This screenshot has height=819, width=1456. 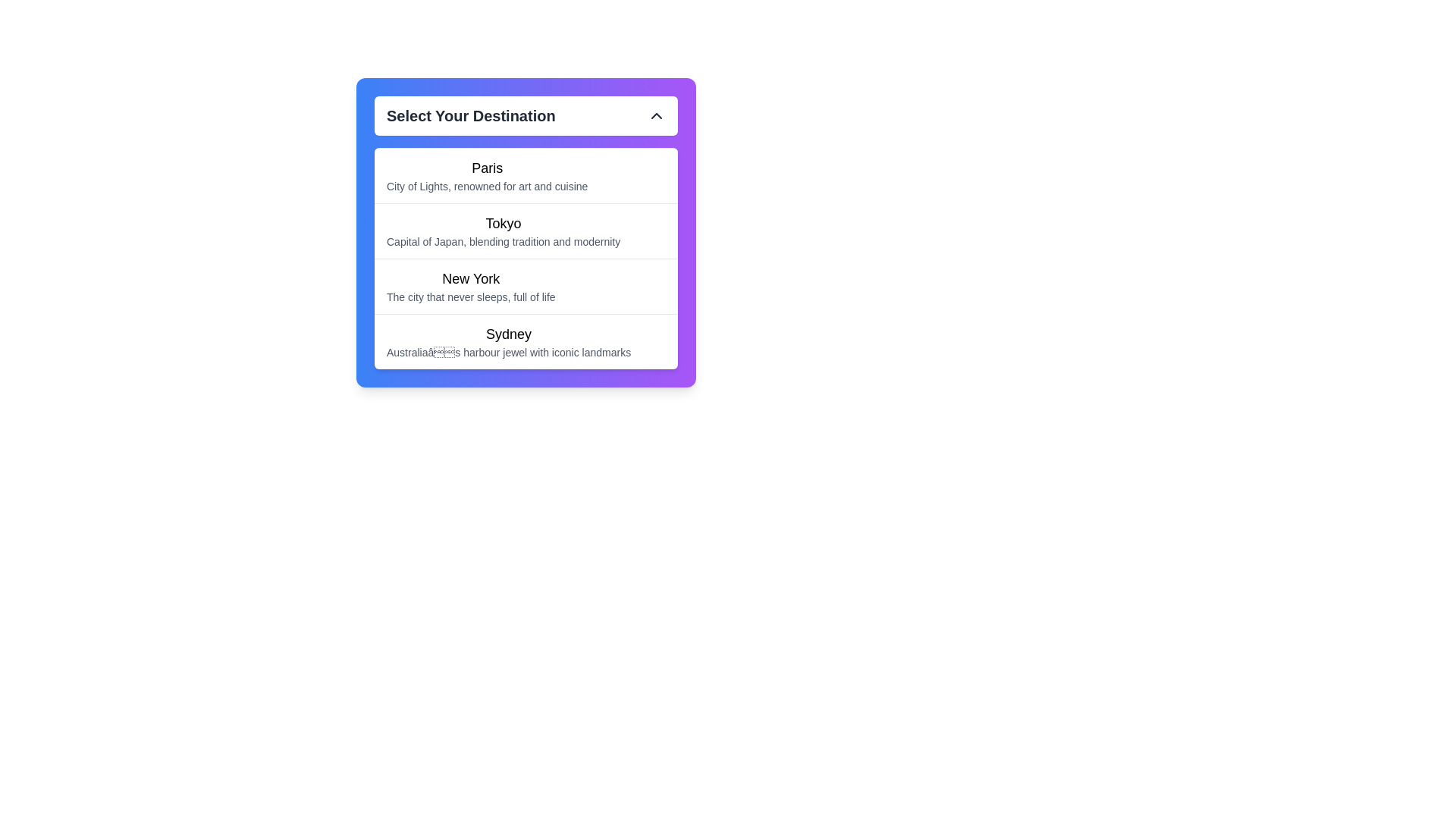 What do you see at coordinates (526, 341) in the screenshot?
I see `the list item with the primary text 'Sydney'` at bounding box center [526, 341].